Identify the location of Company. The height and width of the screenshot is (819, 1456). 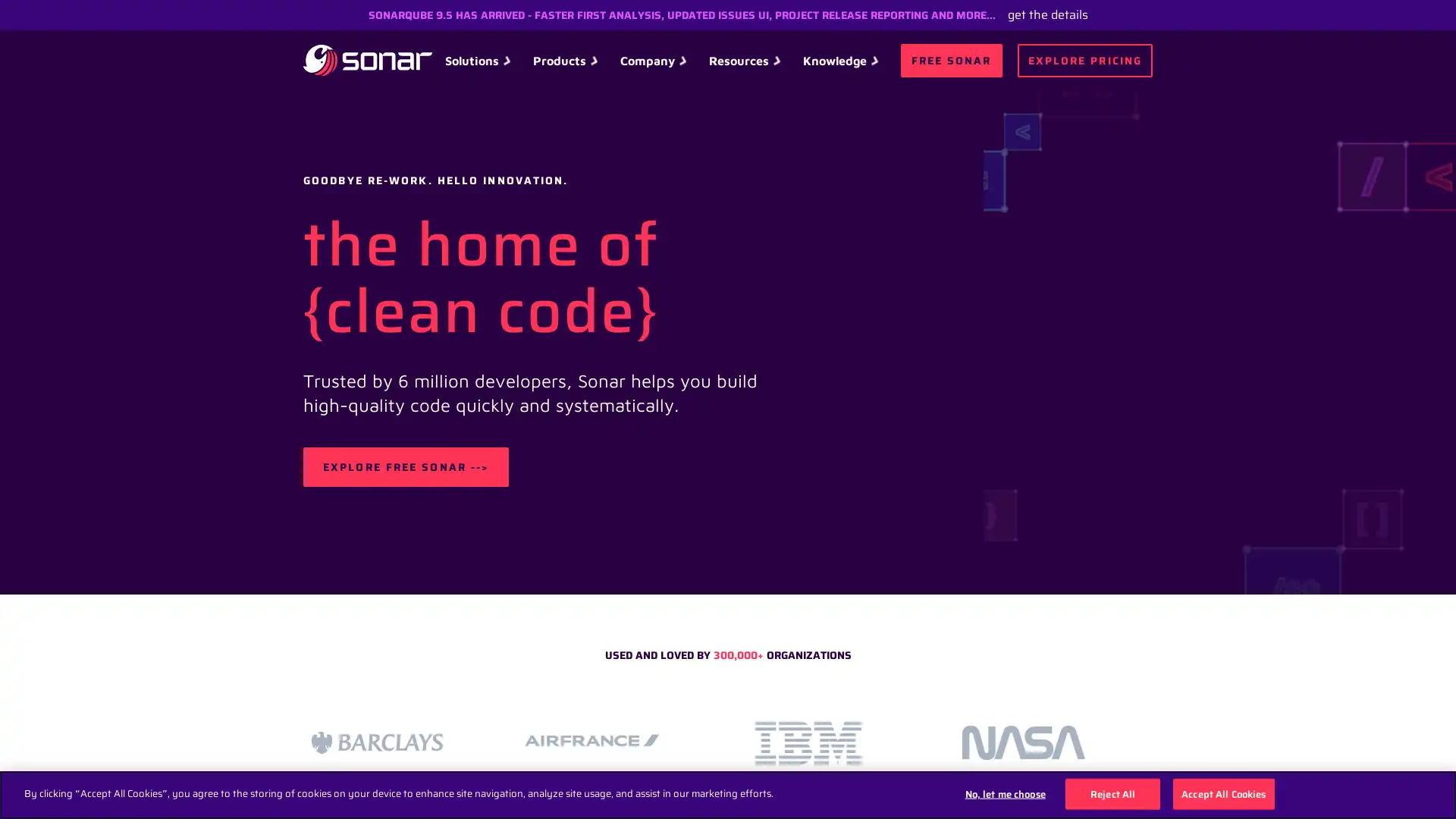
(669, 60).